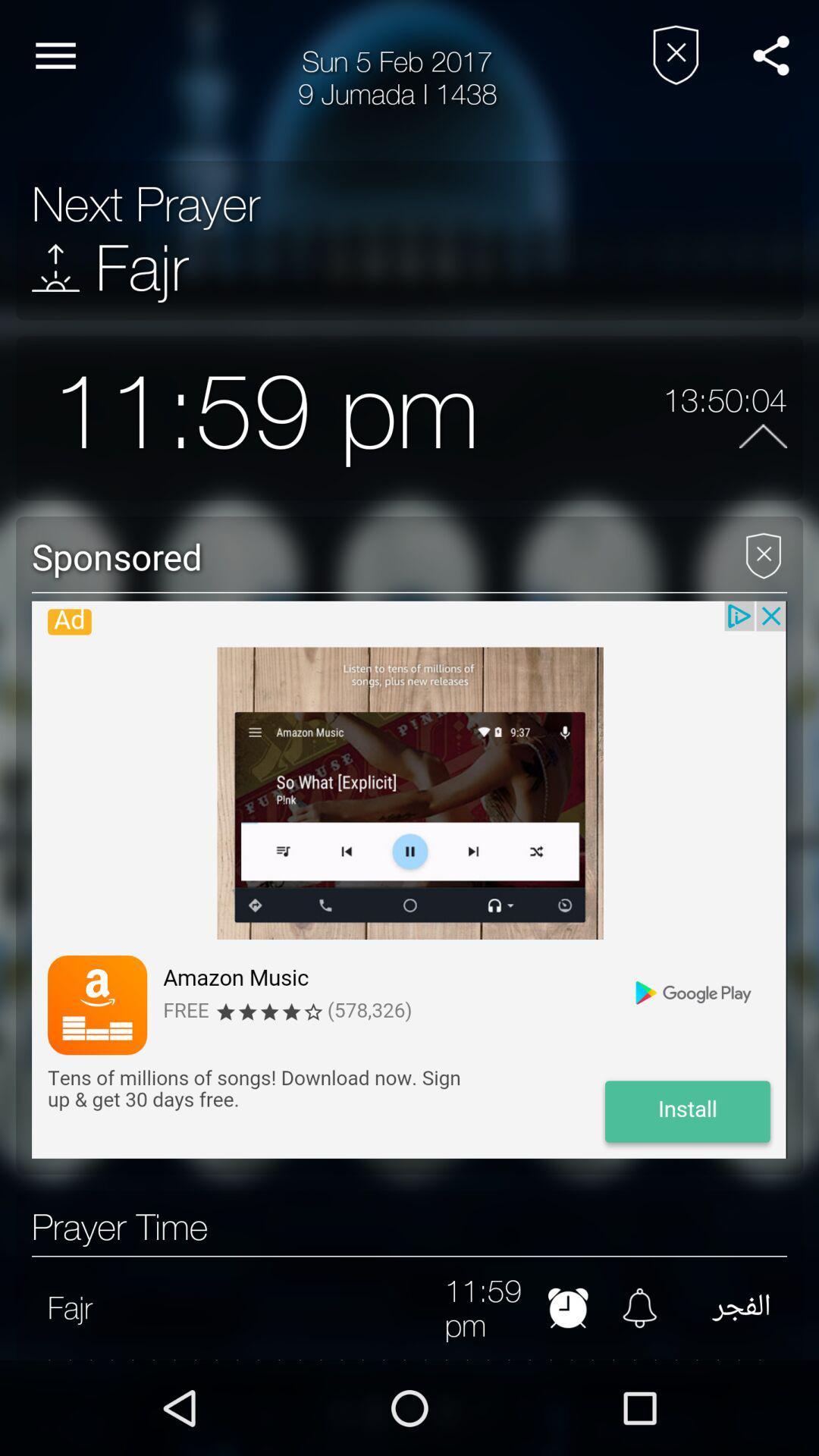 The image size is (819, 1456). Describe the element at coordinates (639, 1307) in the screenshot. I see `alarm` at that location.